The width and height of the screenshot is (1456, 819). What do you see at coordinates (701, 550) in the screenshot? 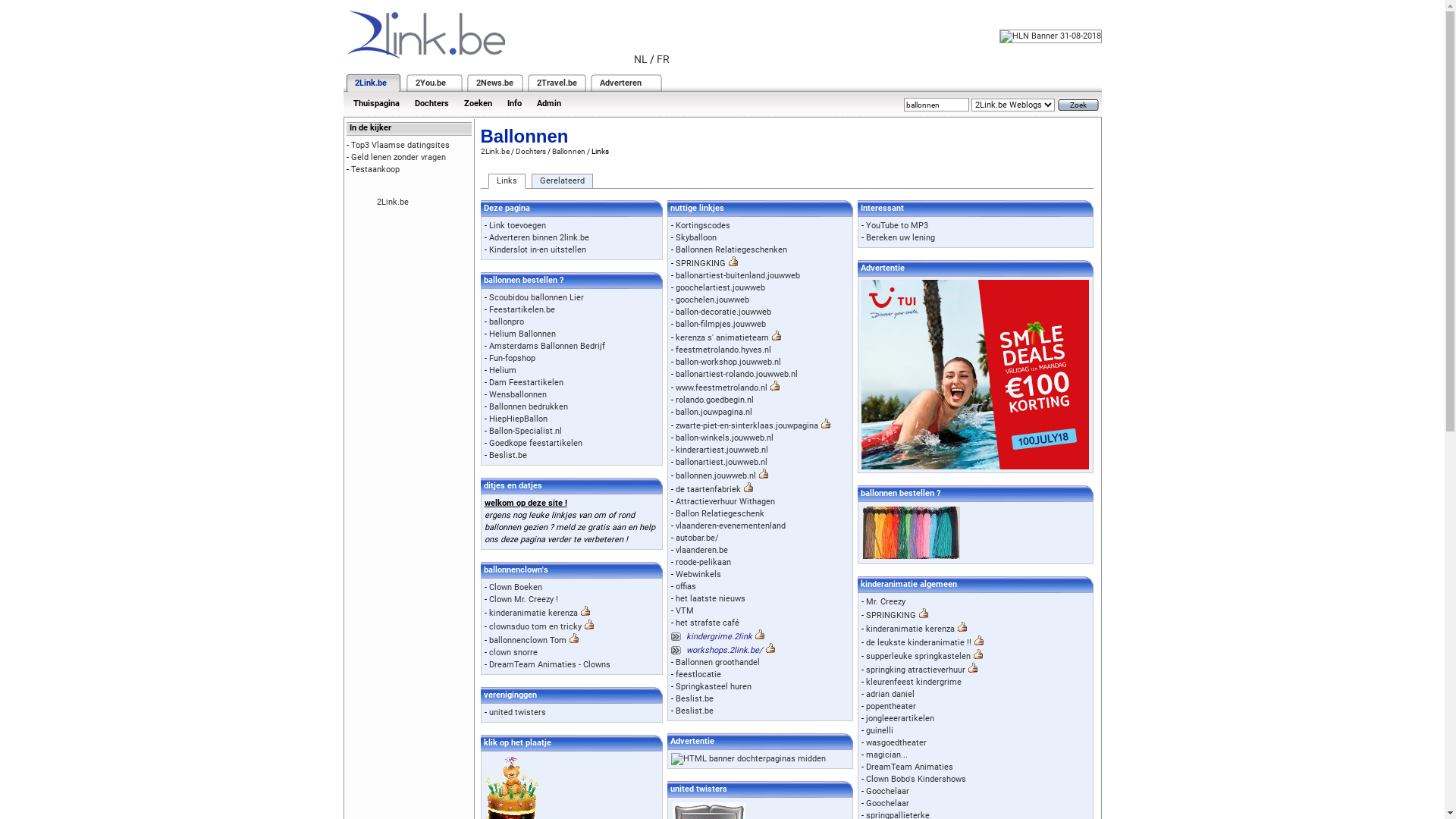
I see `'vlaanderen.be'` at bounding box center [701, 550].